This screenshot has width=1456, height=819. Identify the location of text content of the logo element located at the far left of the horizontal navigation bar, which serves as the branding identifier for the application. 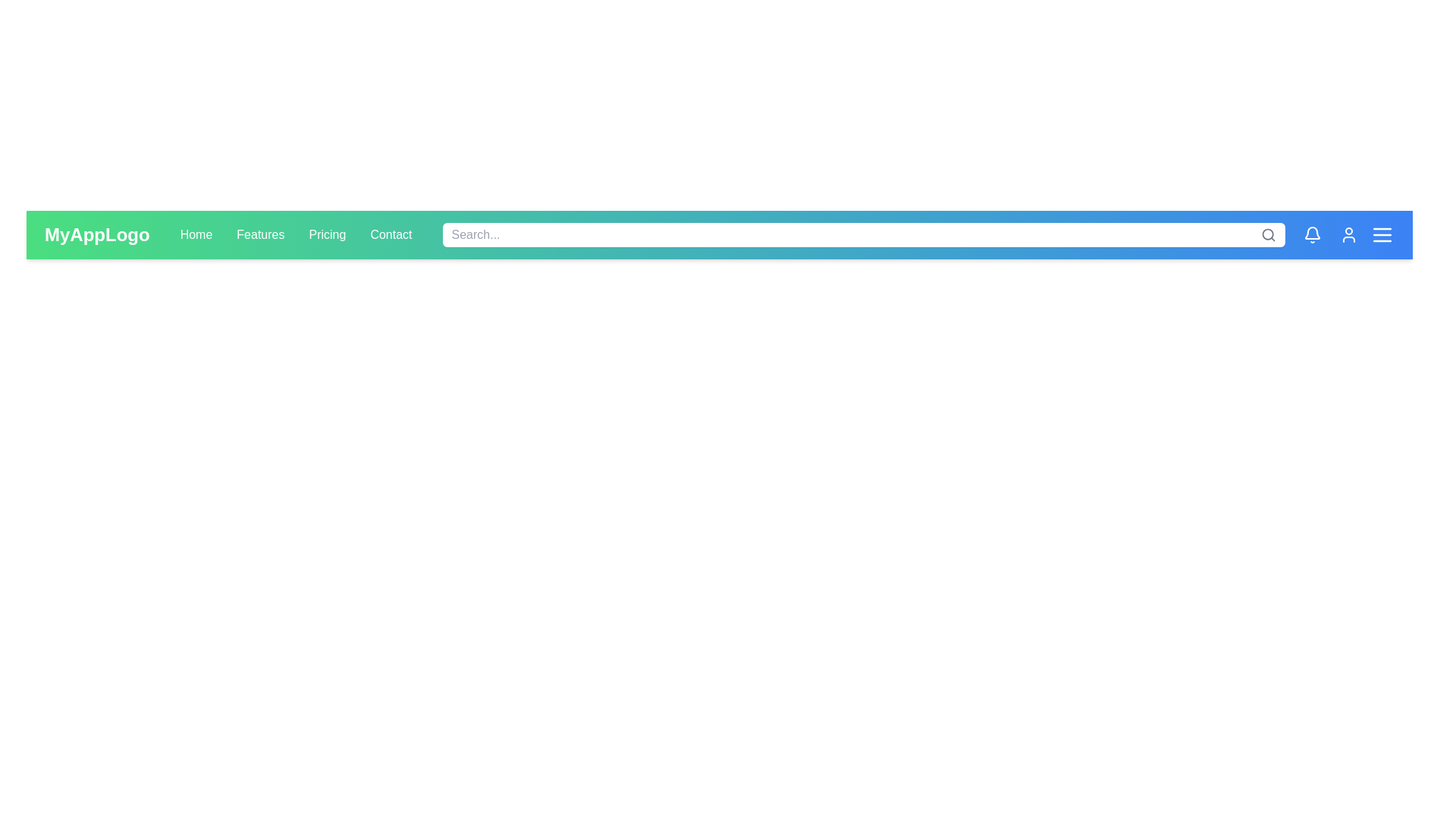
(96, 234).